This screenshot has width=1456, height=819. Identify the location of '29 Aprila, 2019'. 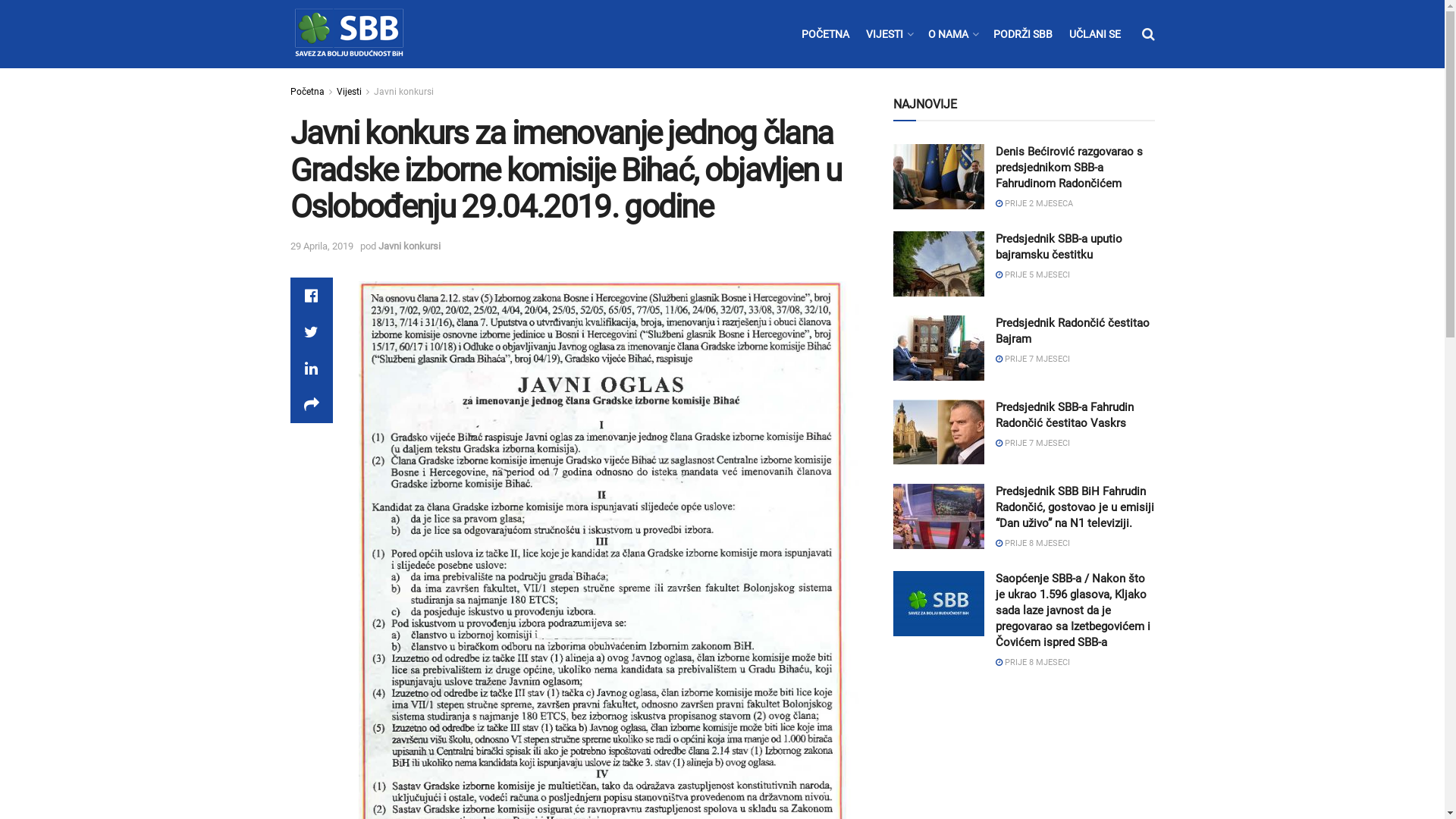
(290, 245).